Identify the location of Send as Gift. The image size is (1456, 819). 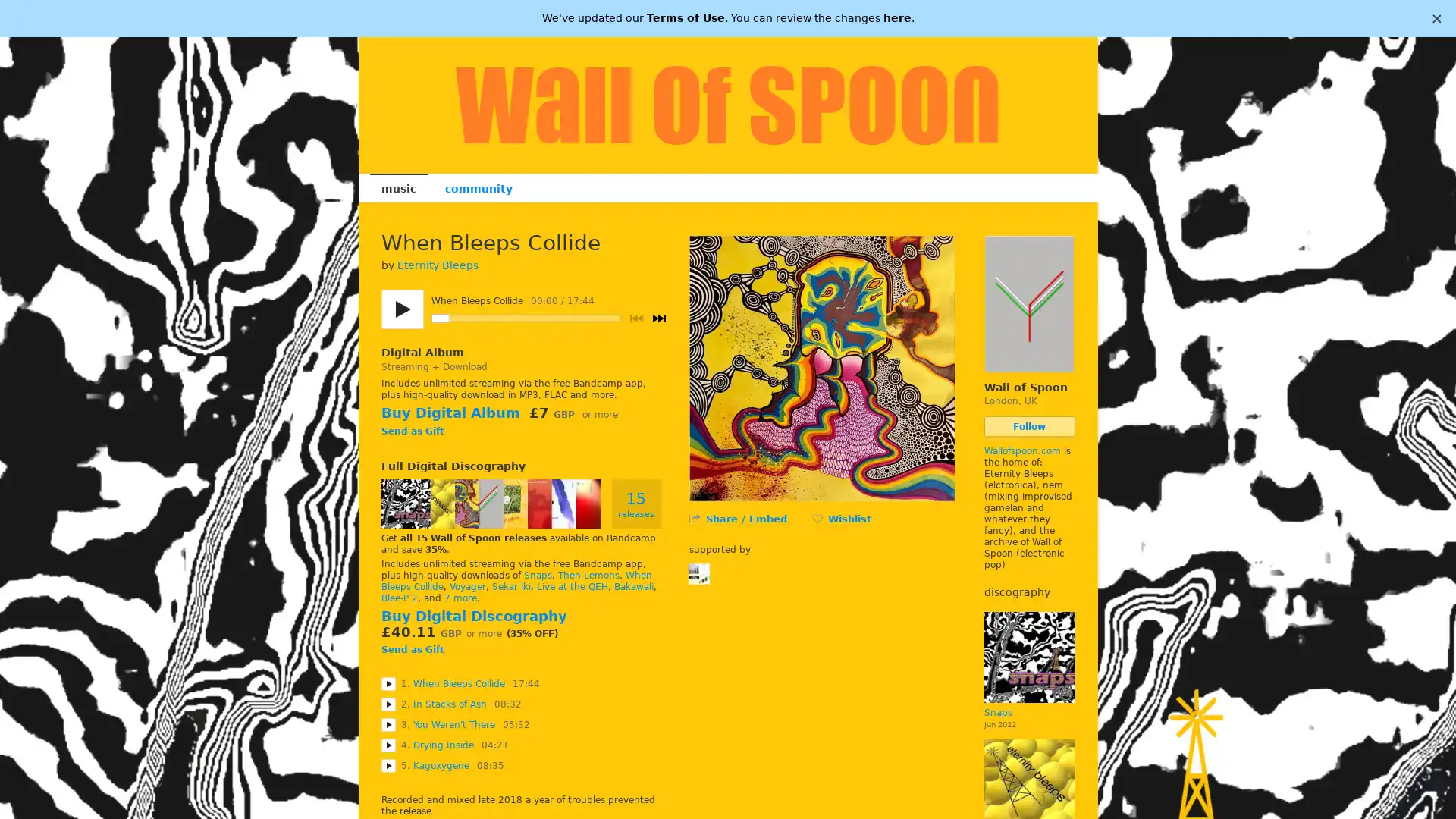
(412, 648).